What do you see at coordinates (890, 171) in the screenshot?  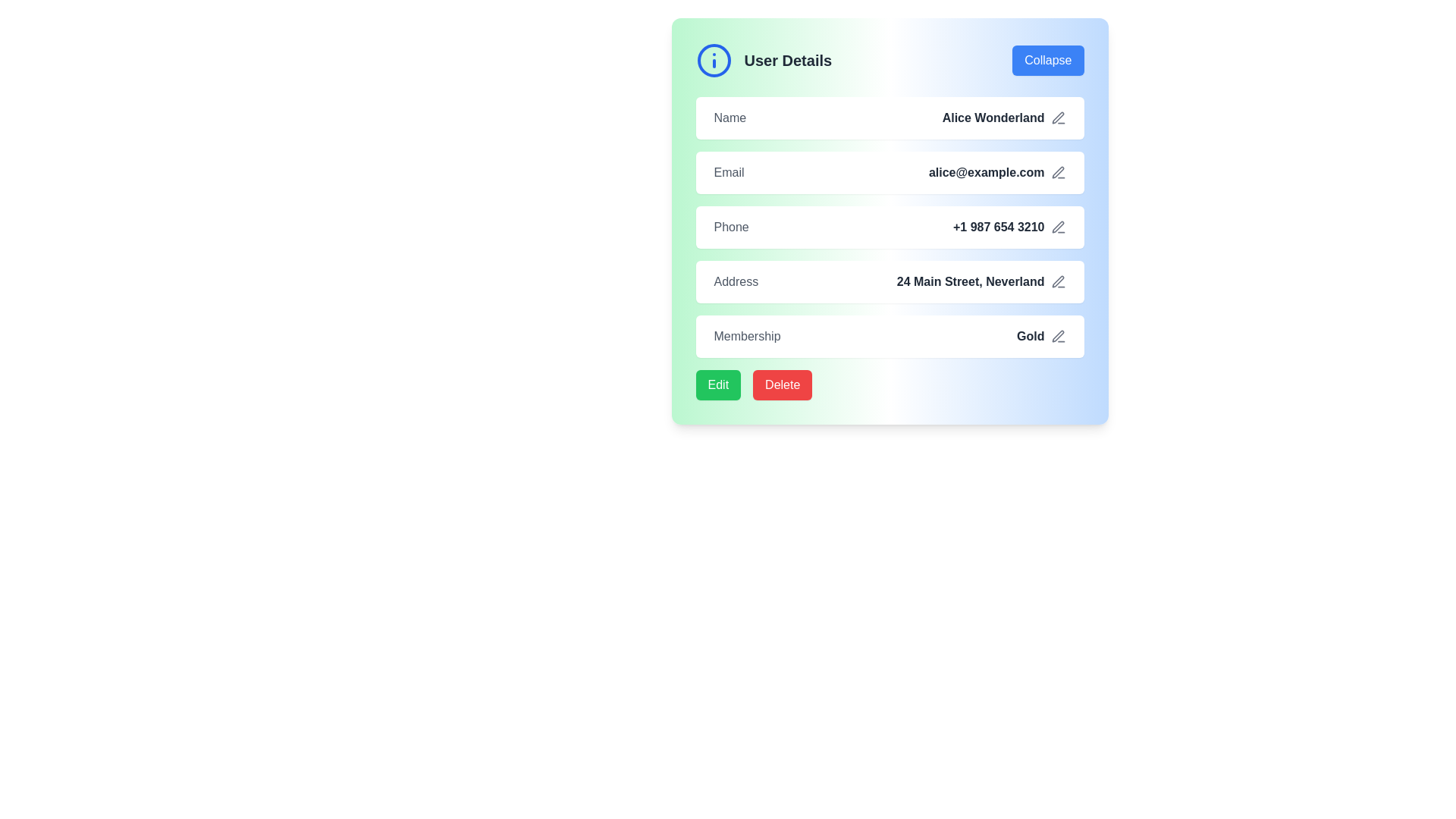 I see `the email address 'alice@example.com' in the Information display row` at bounding box center [890, 171].